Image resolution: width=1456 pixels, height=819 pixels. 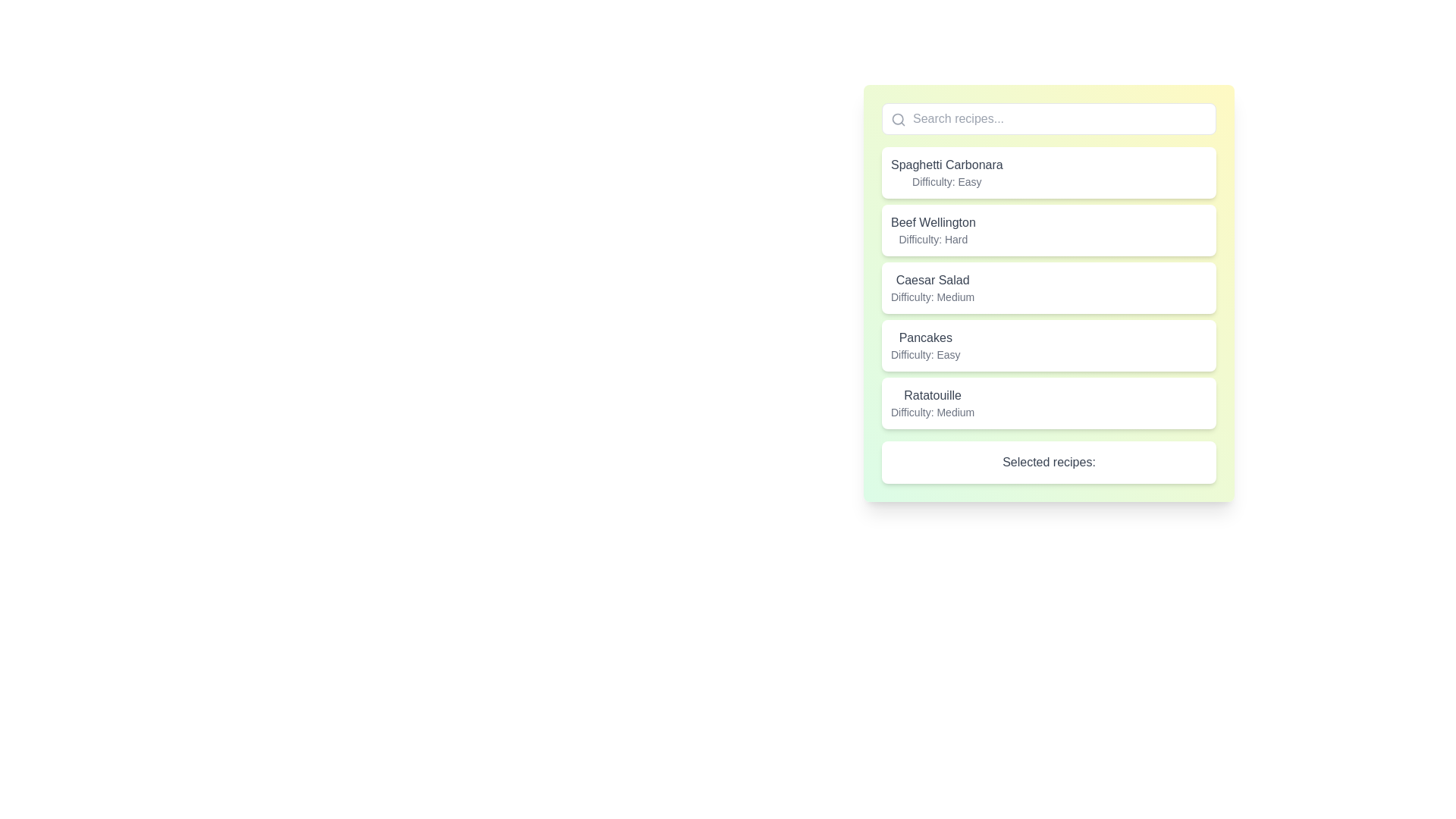 I want to click on the 'Caesar Salad' list item, which is the third entry, so click(x=1048, y=288).